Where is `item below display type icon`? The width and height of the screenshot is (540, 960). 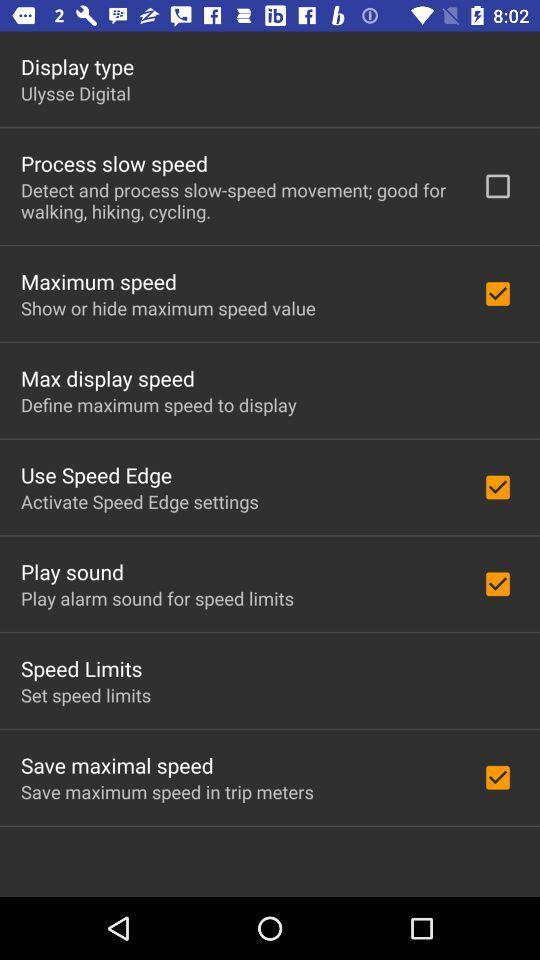
item below display type icon is located at coordinates (74, 93).